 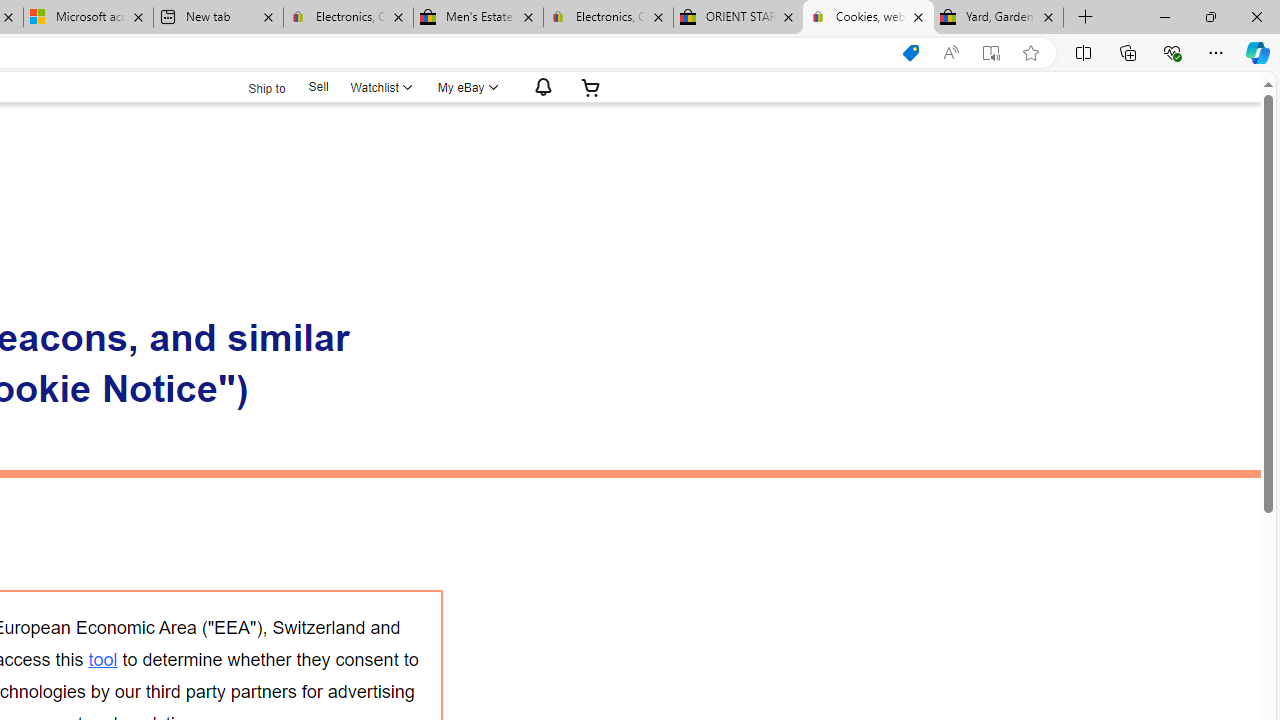 I want to click on 'AutomationID: gh-eb-Alerts', so click(x=540, y=86).